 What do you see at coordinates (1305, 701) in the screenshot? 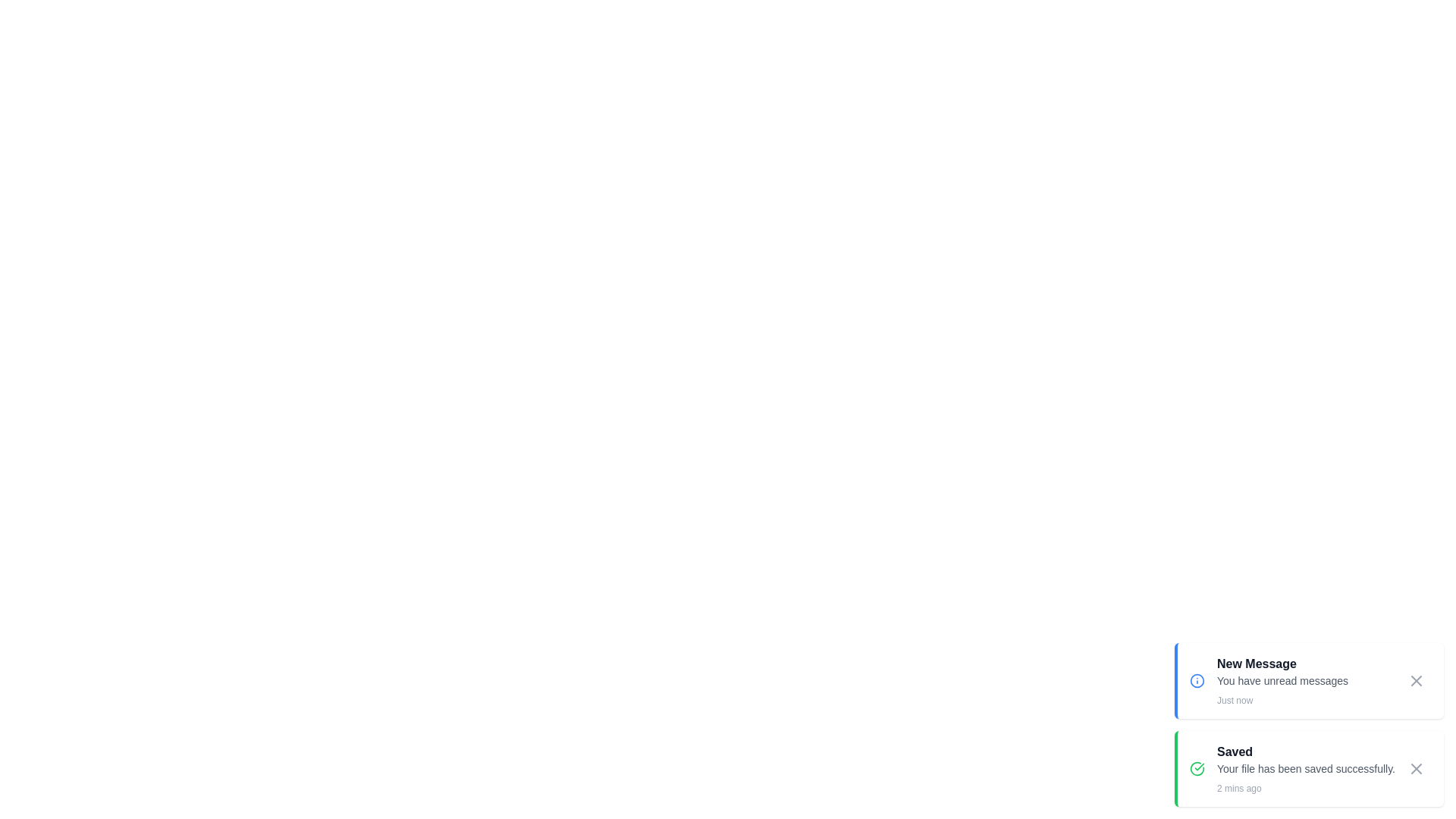
I see `the timestamp of the notification titled 'New Message'` at bounding box center [1305, 701].